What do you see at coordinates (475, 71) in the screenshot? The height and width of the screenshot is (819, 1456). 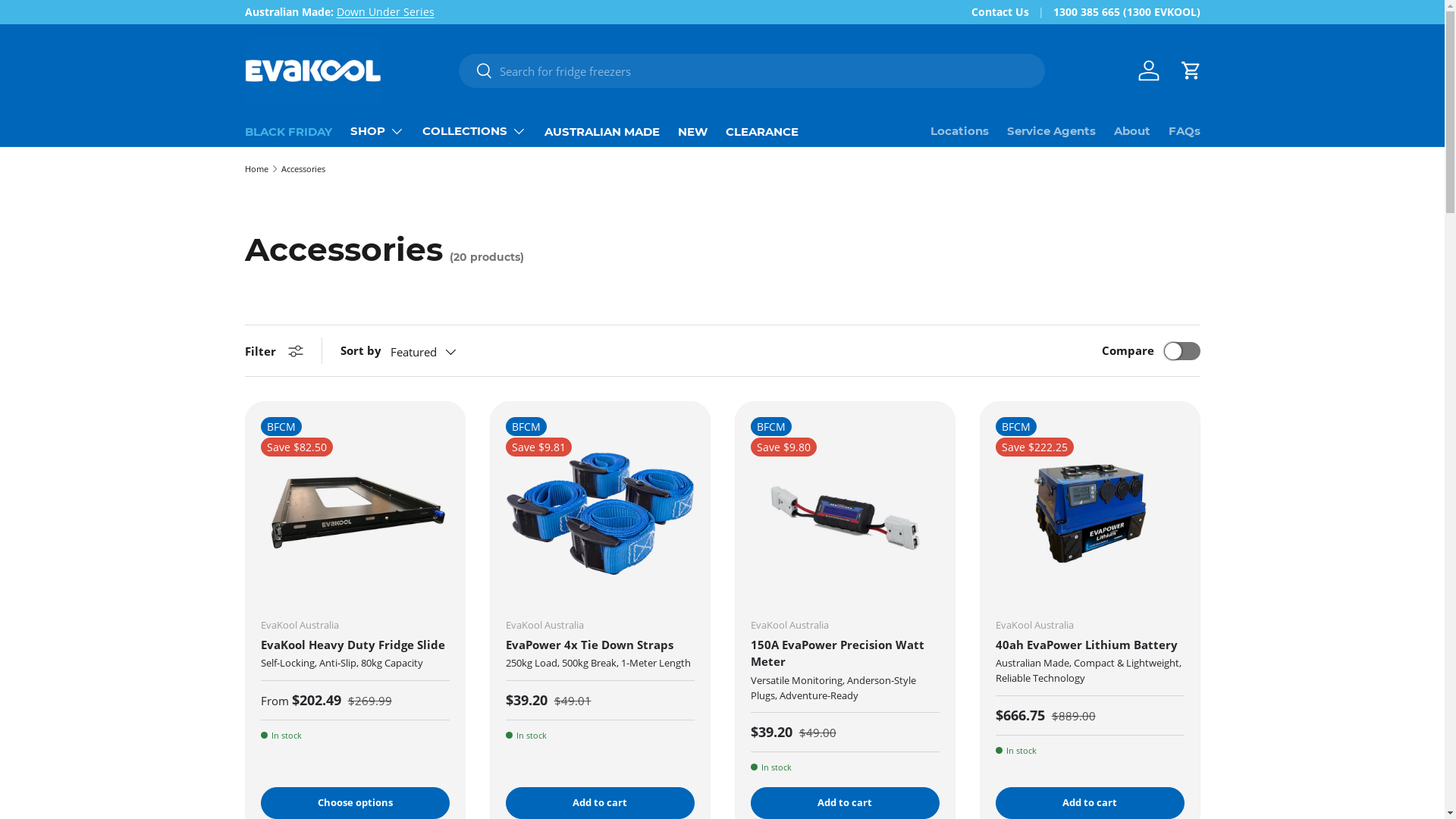 I see `'Search'` at bounding box center [475, 71].